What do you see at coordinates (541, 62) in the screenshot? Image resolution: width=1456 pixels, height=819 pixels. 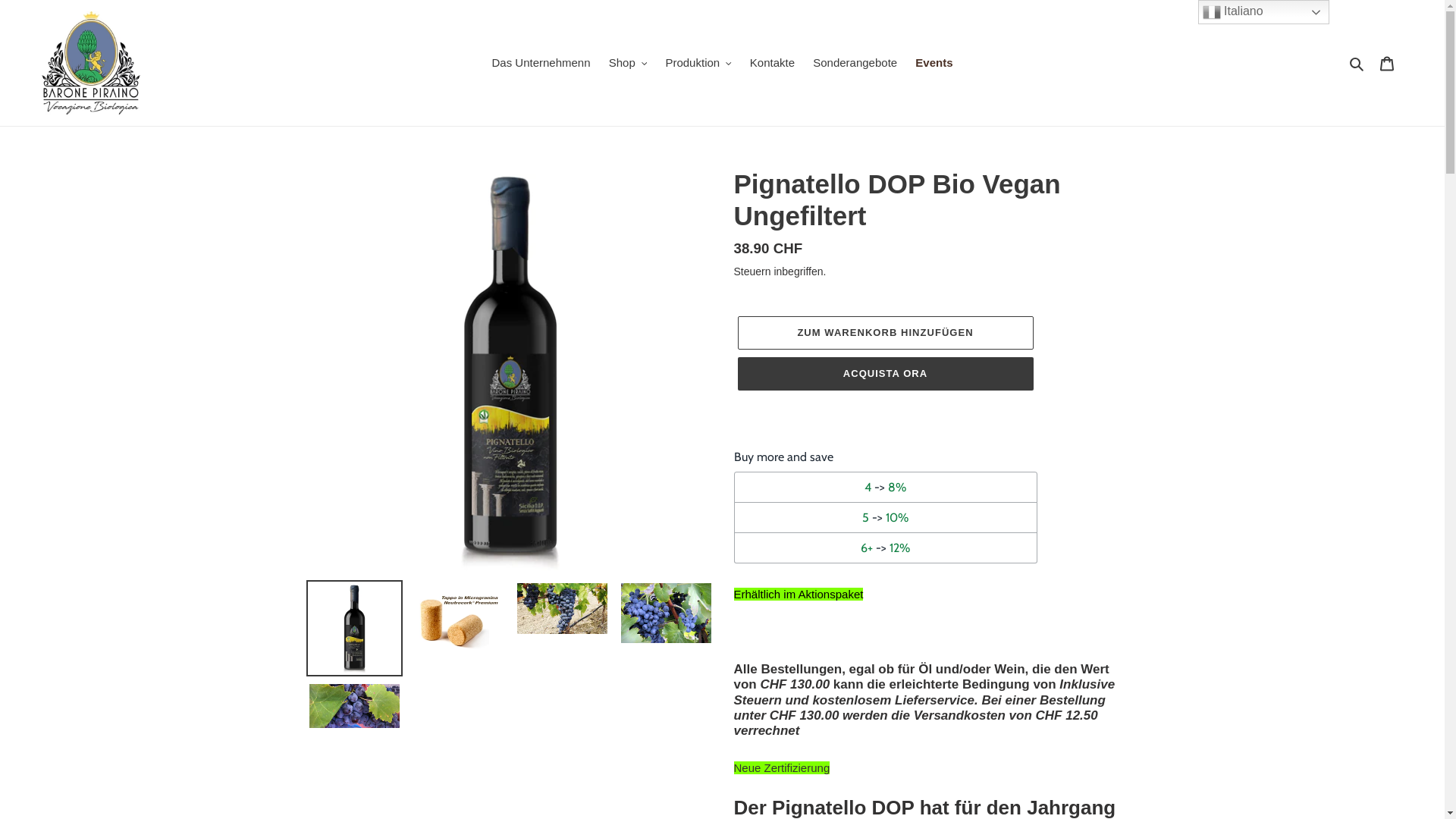 I see `'Das Unternehmenn'` at bounding box center [541, 62].